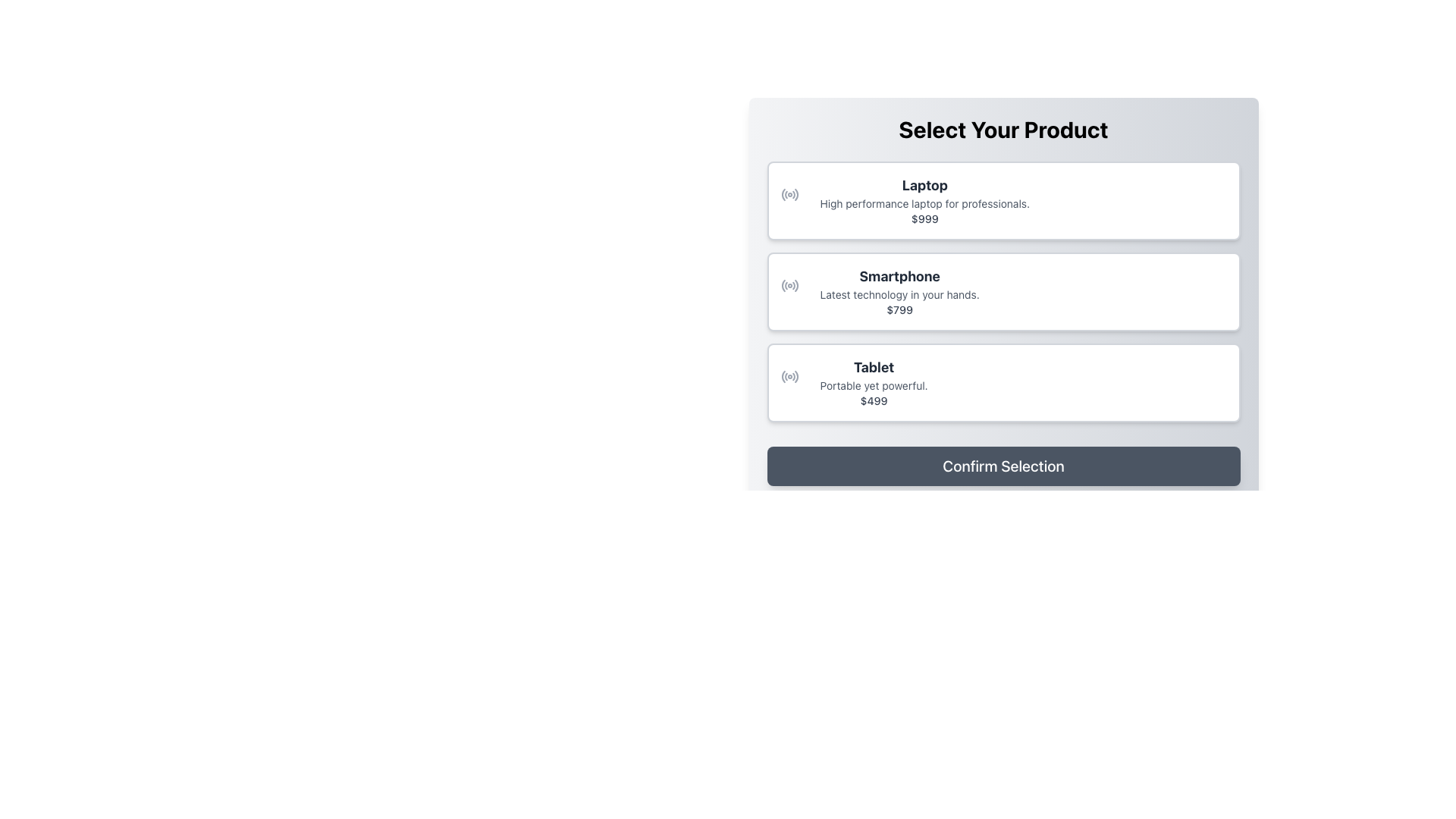  I want to click on the Text Label displaying the price '$499' located beneath the description 'Portable yet powerful.' for the product 'Tablet', so click(874, 400).